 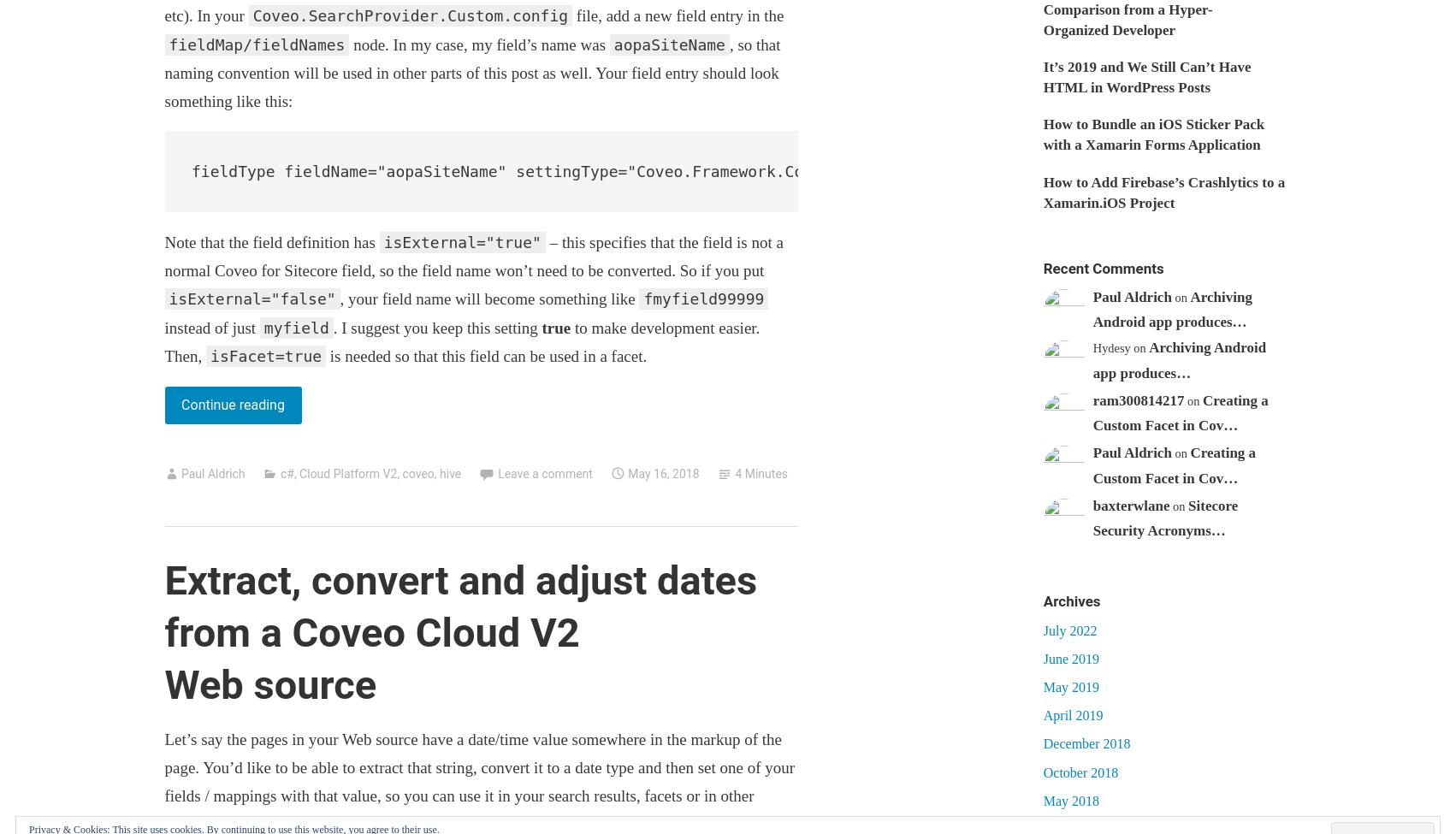 What do you see at coordinates (1069, 629) in the screenshot?
I see `'July 2022'` at bounding box center [1069, 629].